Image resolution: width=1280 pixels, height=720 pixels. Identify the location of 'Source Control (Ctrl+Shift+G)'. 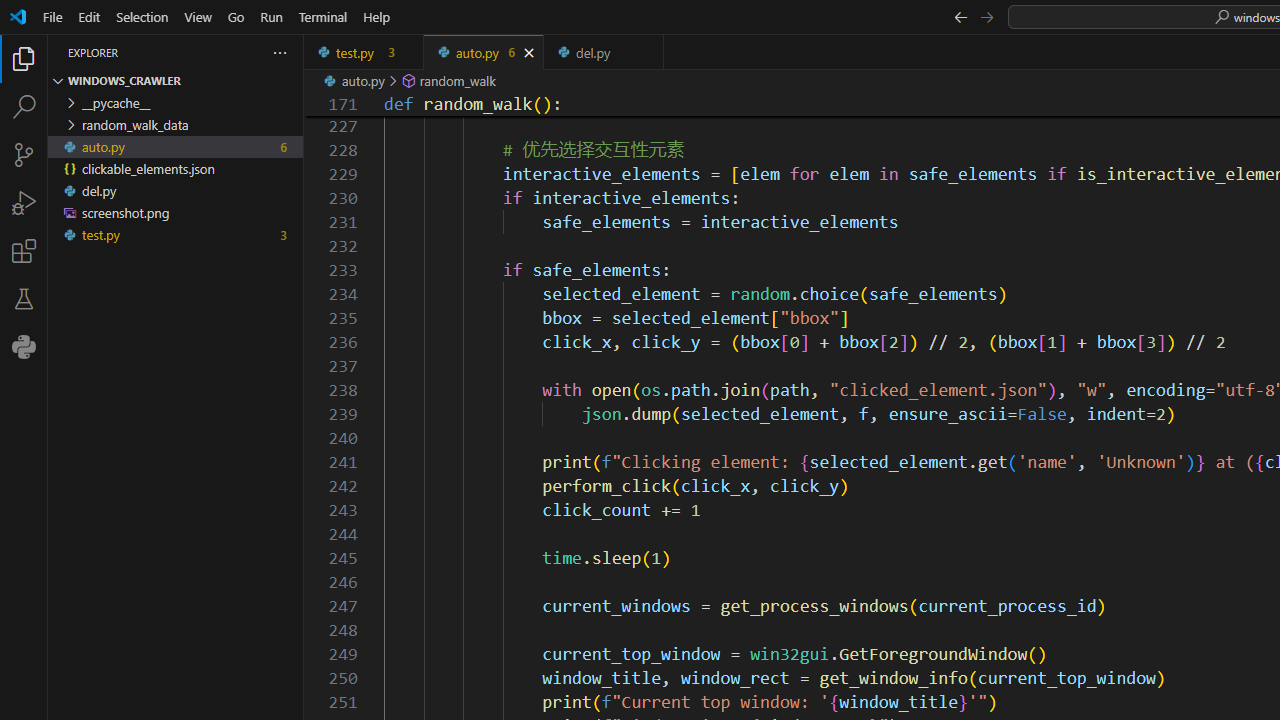
(24, 154).